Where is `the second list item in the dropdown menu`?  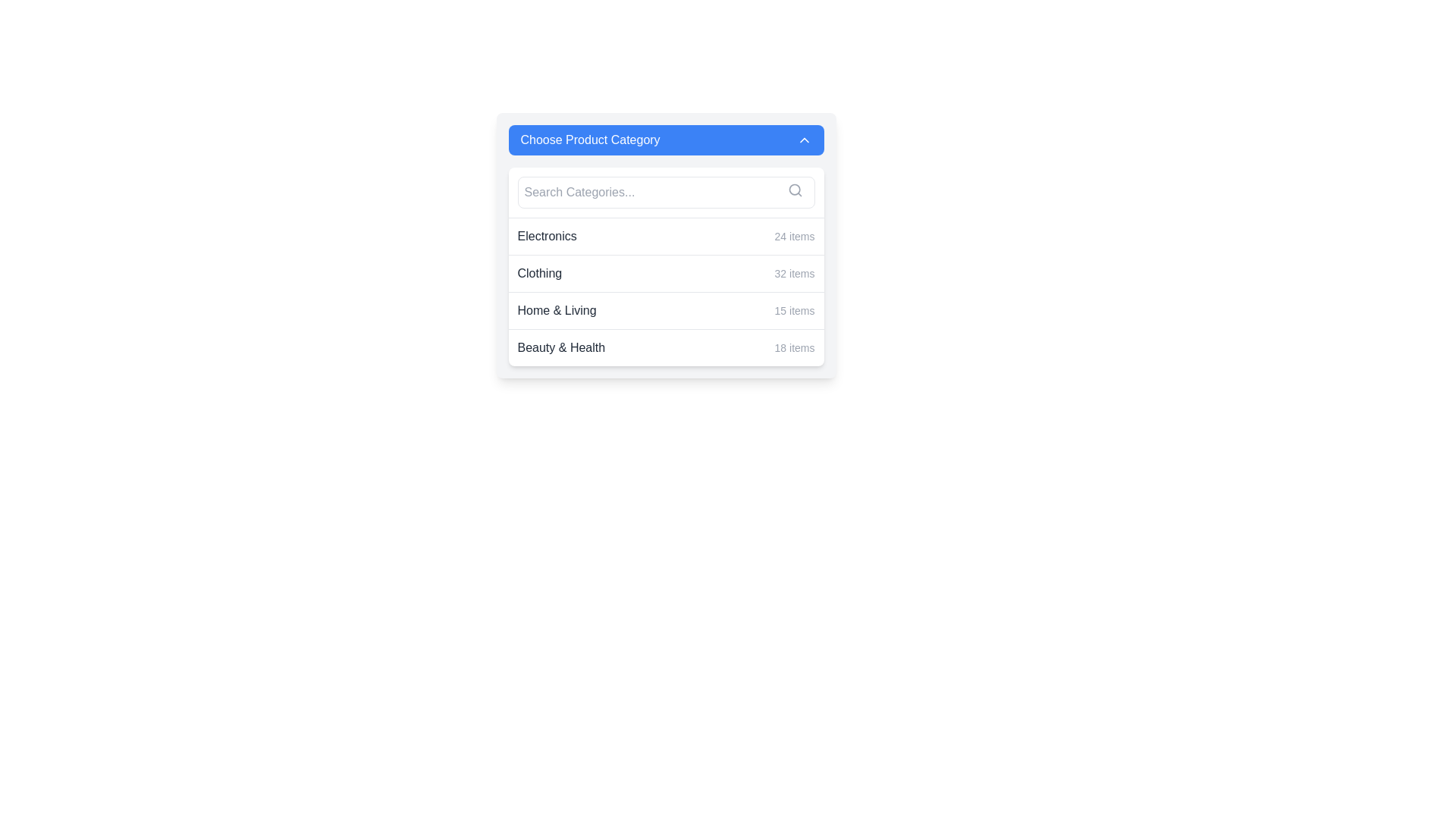 the second list item in the dropdown menu is located at coordinates (666, 273).